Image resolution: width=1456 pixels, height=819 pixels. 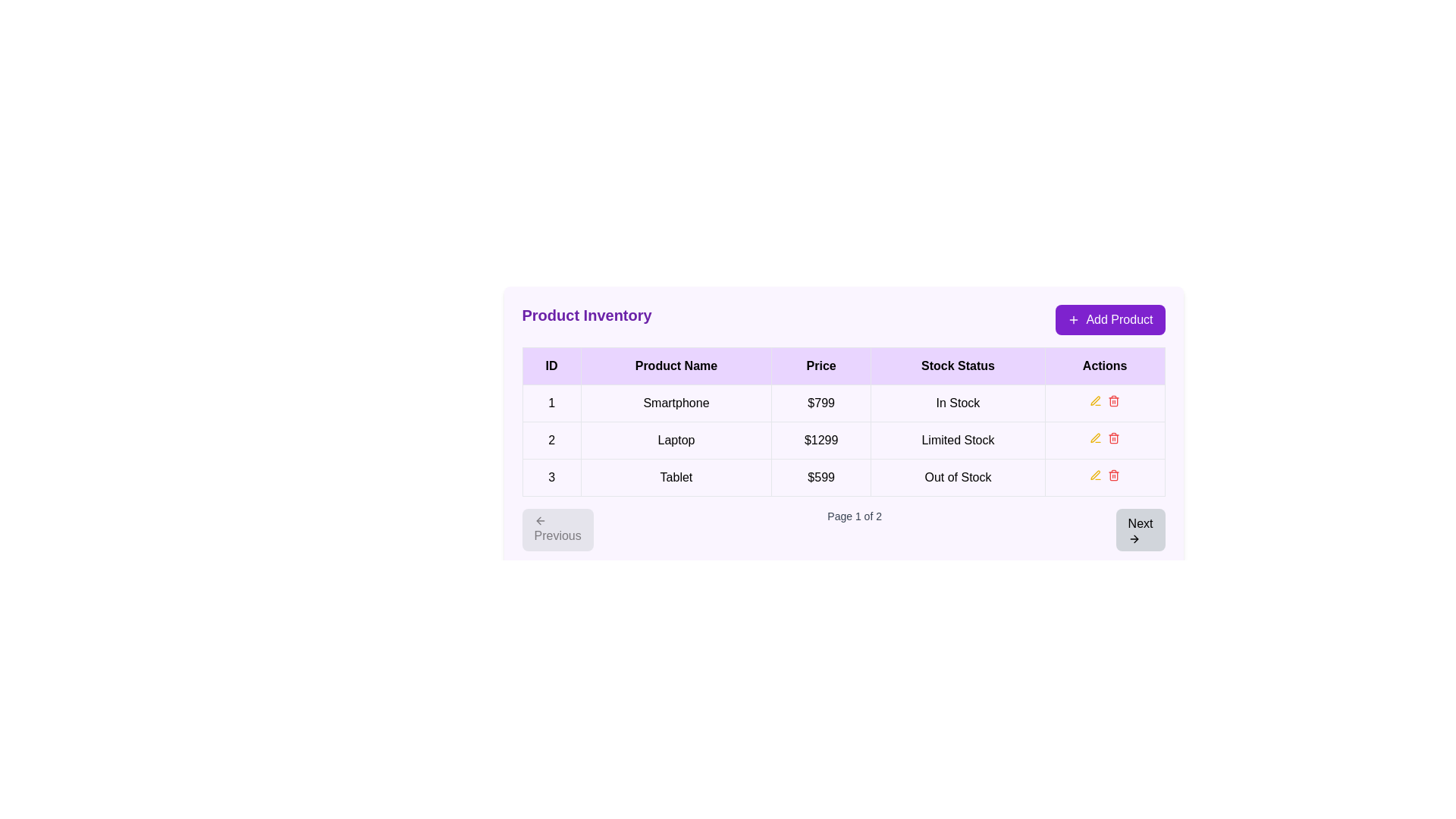 I want to click on the text label displaying '1' which is located in the first item of the leftmost column under the 'ID' header in the table layout, so click(x=551, y=403).